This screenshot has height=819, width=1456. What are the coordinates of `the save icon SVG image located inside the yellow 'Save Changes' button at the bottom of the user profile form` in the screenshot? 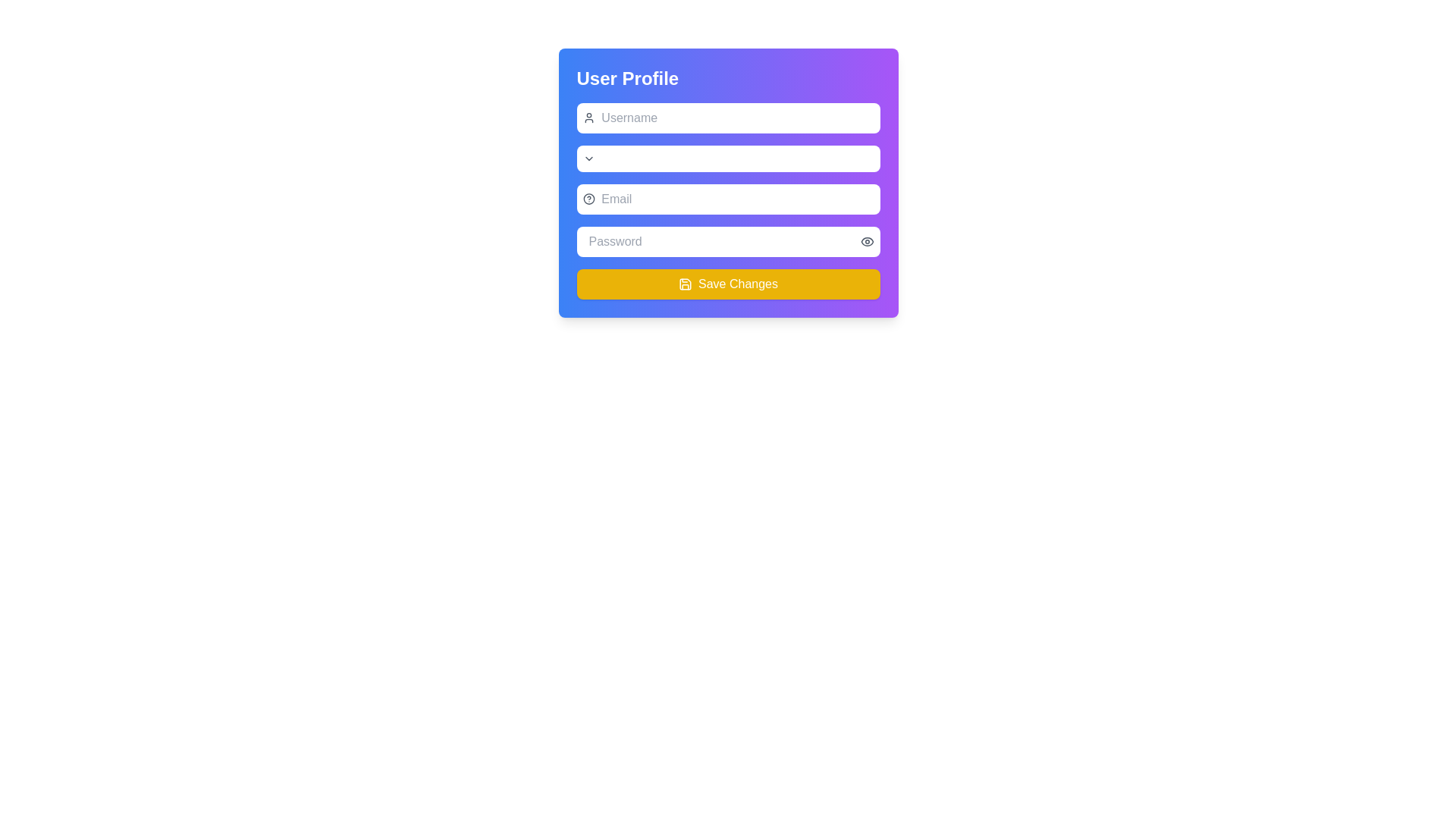 It's located at (684, 284).